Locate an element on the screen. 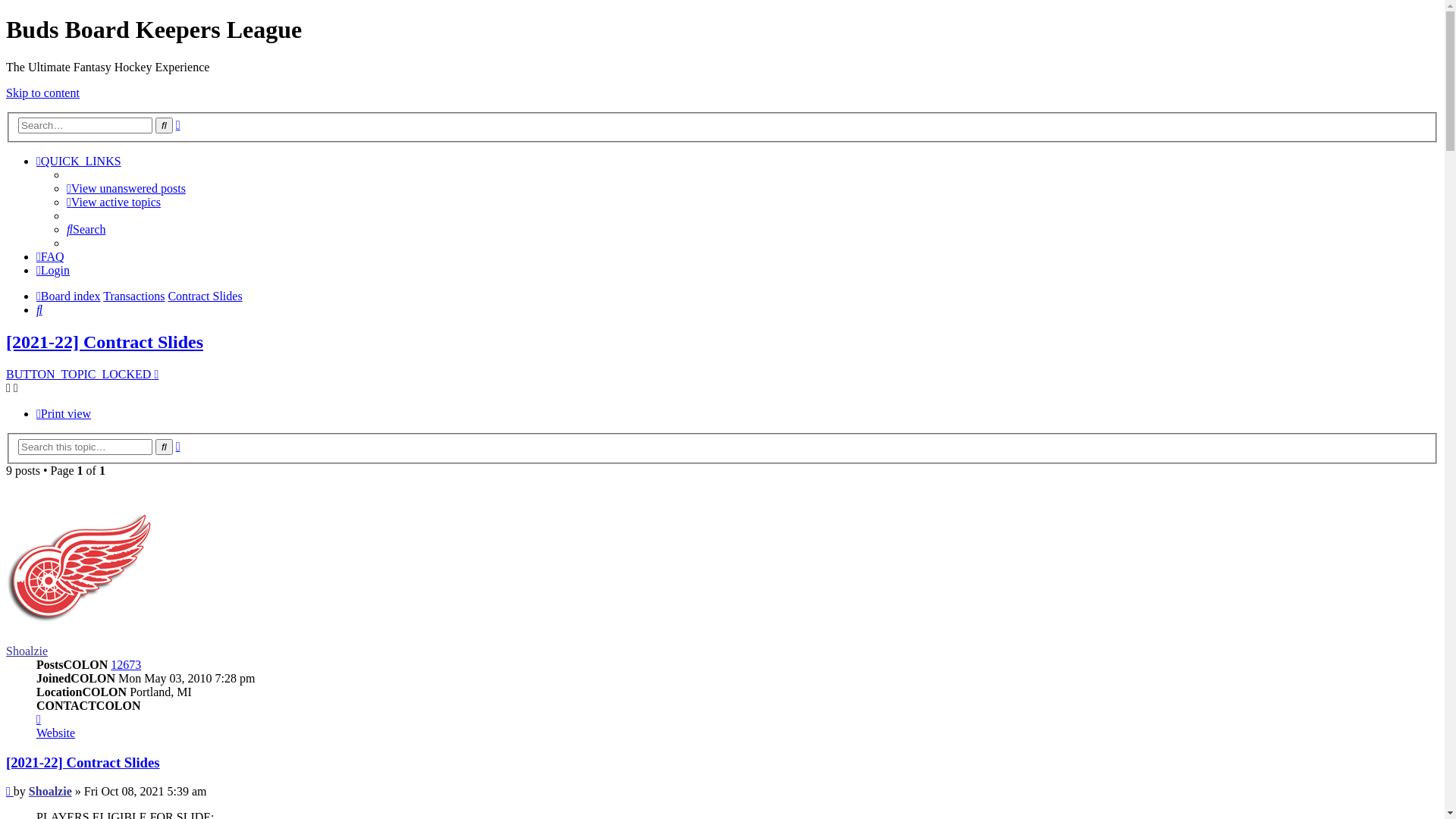 The image size is (1456, 819). 'CONTACT_USER' is located at coordinates (39, 718).